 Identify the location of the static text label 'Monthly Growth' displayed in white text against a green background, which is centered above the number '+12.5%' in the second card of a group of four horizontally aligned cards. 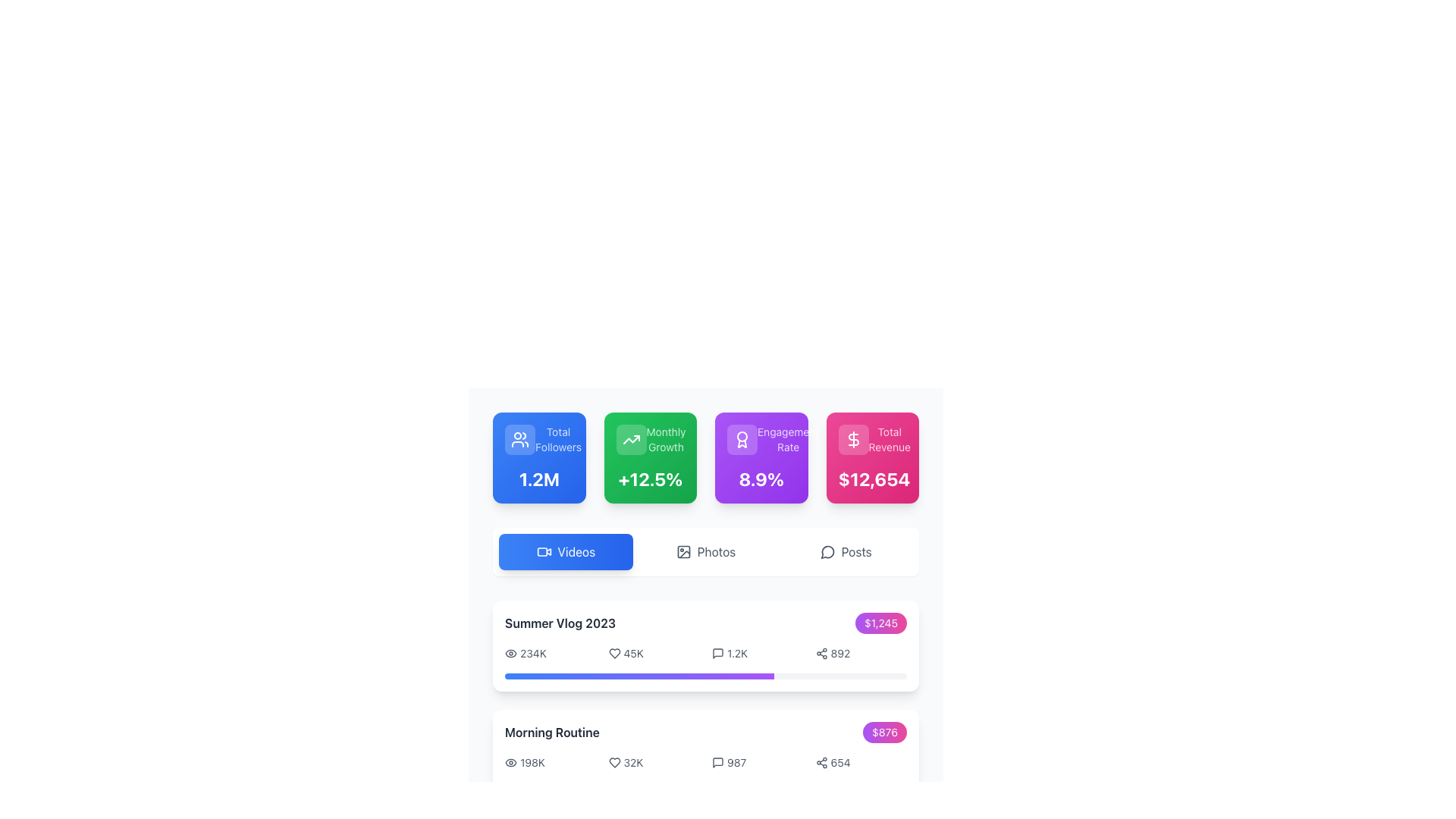
(666, 439).